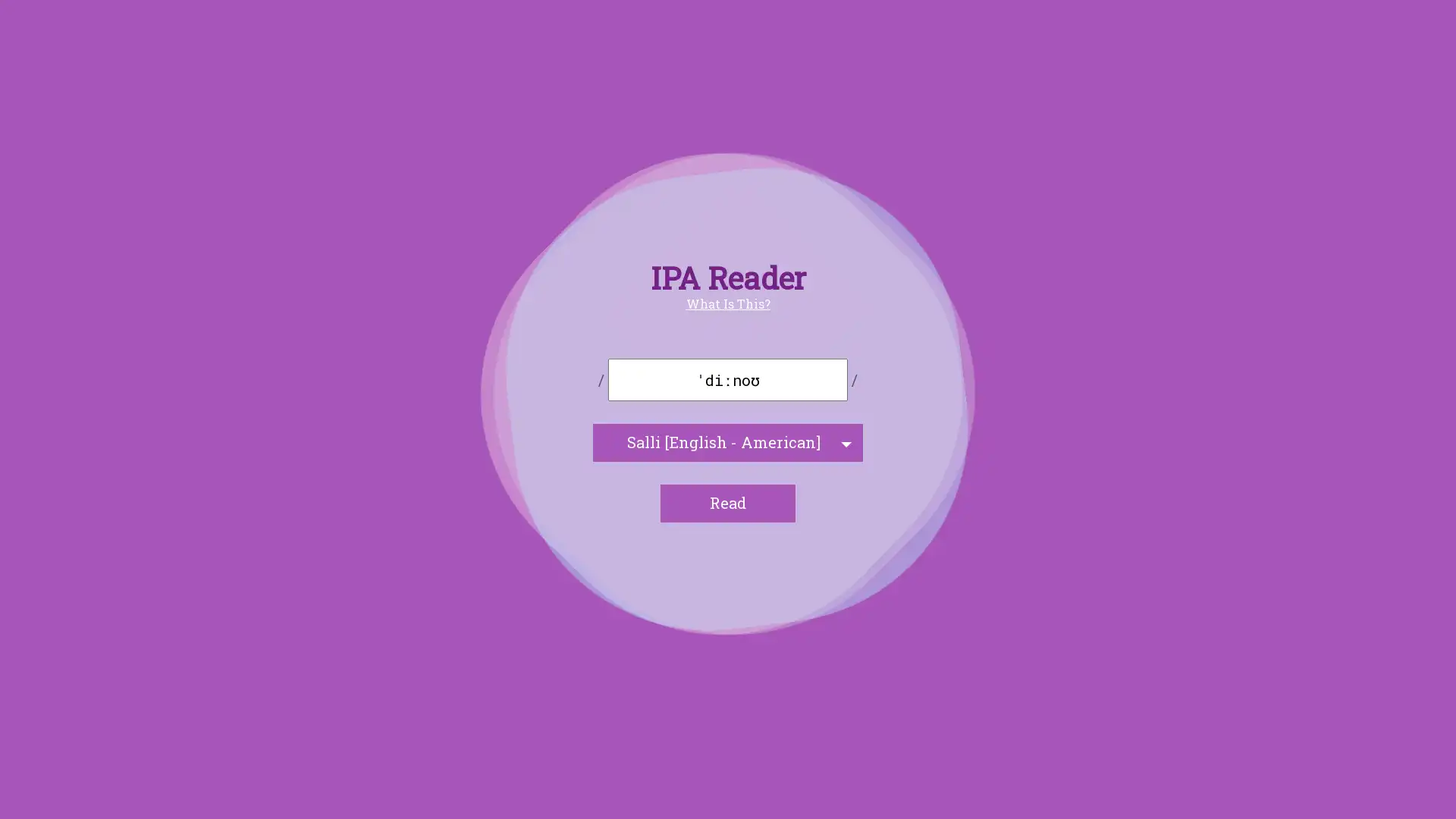 This screenshot has width=1456, height=819. Describe the element at coordinates (728, 503) in the screenshot. I see `Read` at that location.